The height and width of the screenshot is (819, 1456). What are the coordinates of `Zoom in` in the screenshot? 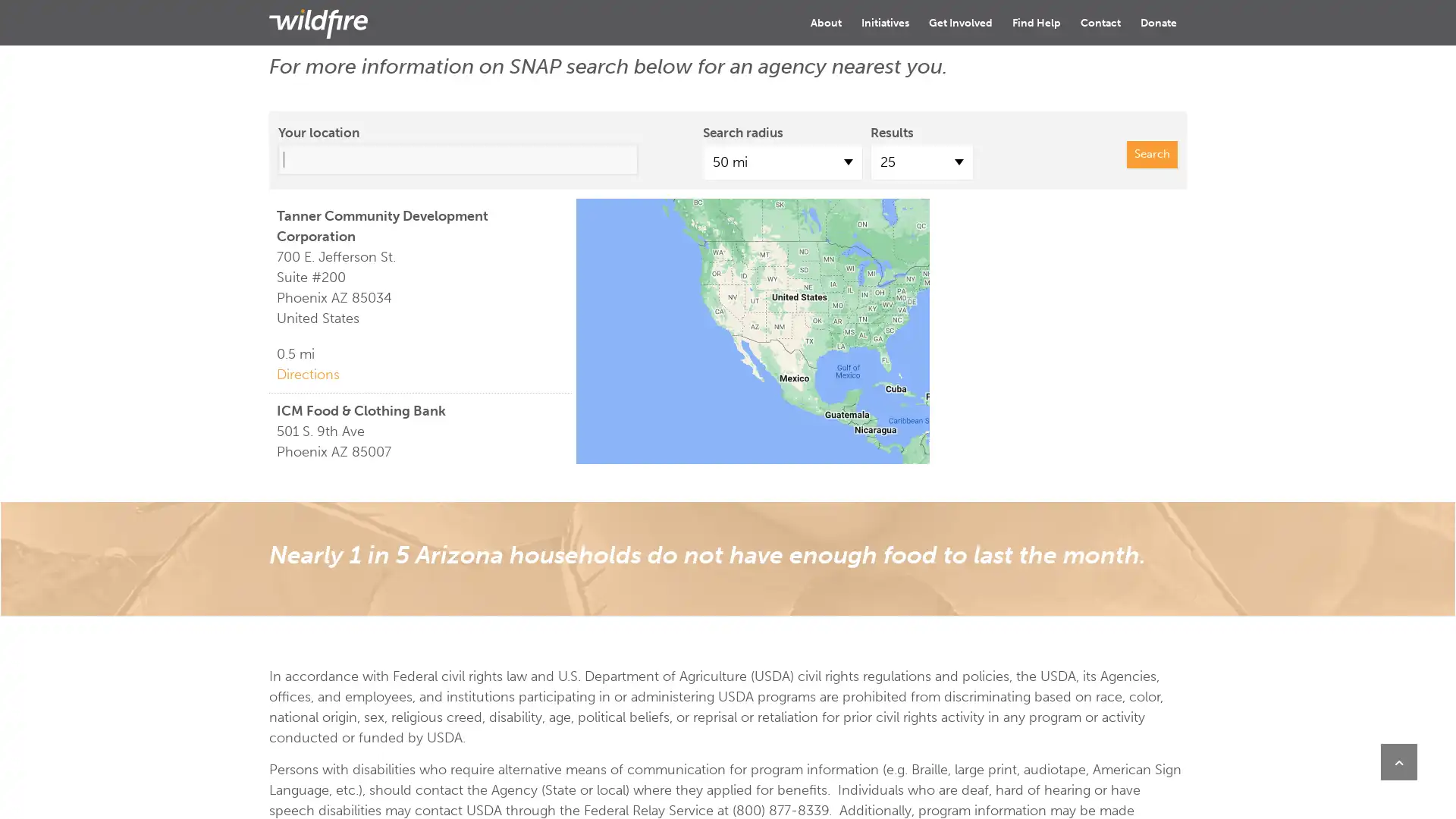 It's located at (598, 220).